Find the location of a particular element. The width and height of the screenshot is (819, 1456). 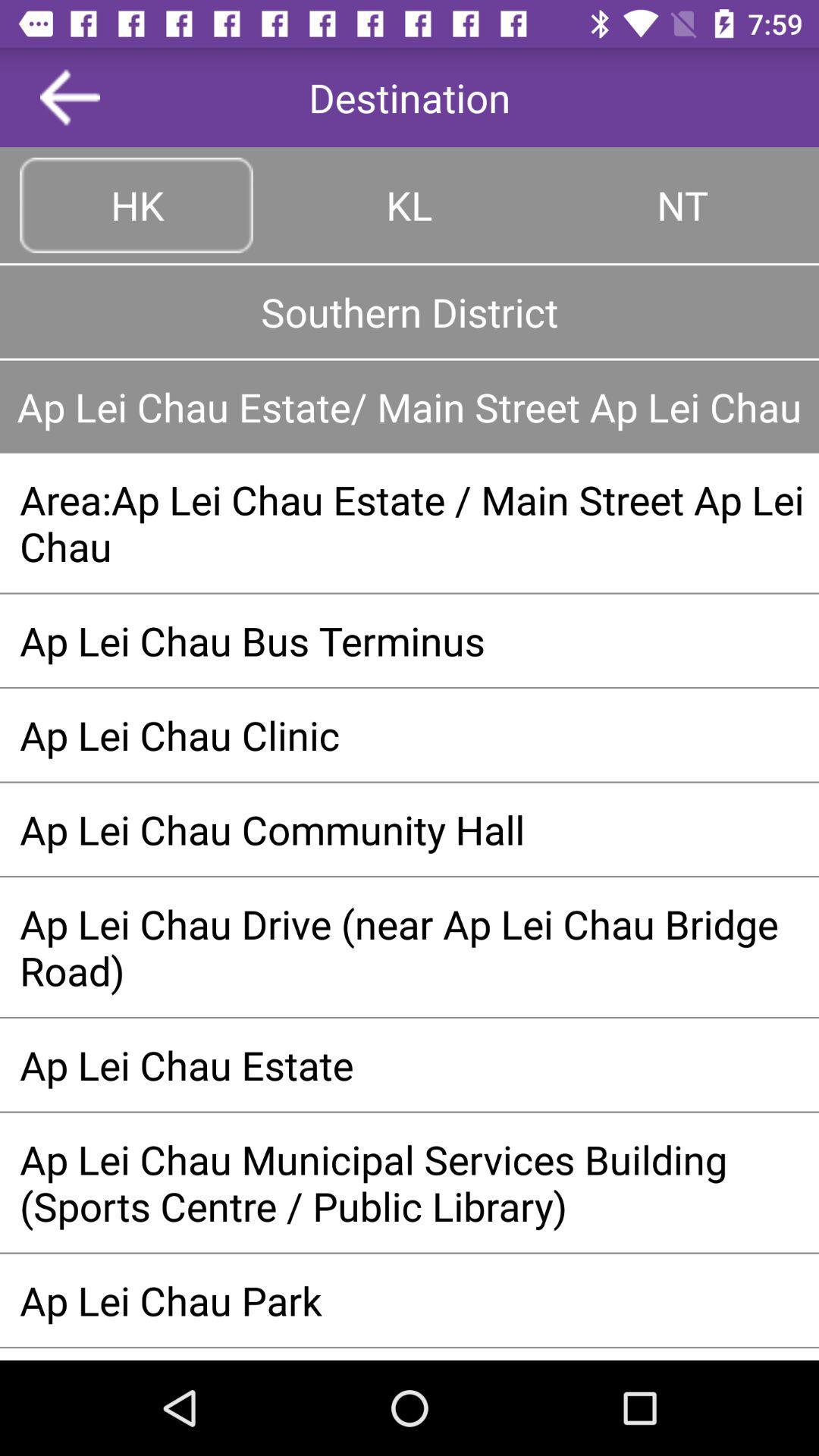

the button to the right of the hk is located at coordinates (409, 204).